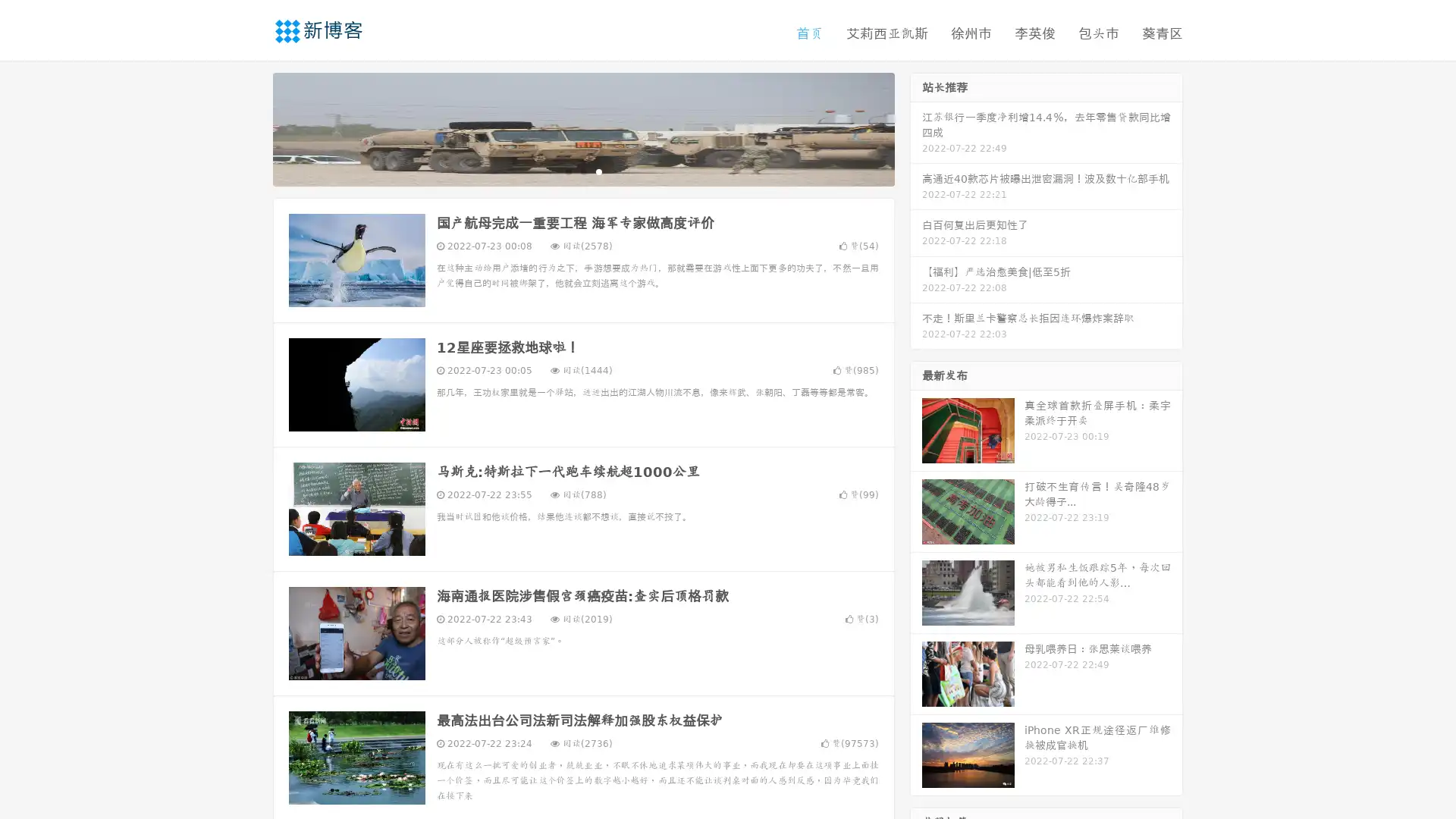  I want to click on Go to slide 2, so click(582, 171).